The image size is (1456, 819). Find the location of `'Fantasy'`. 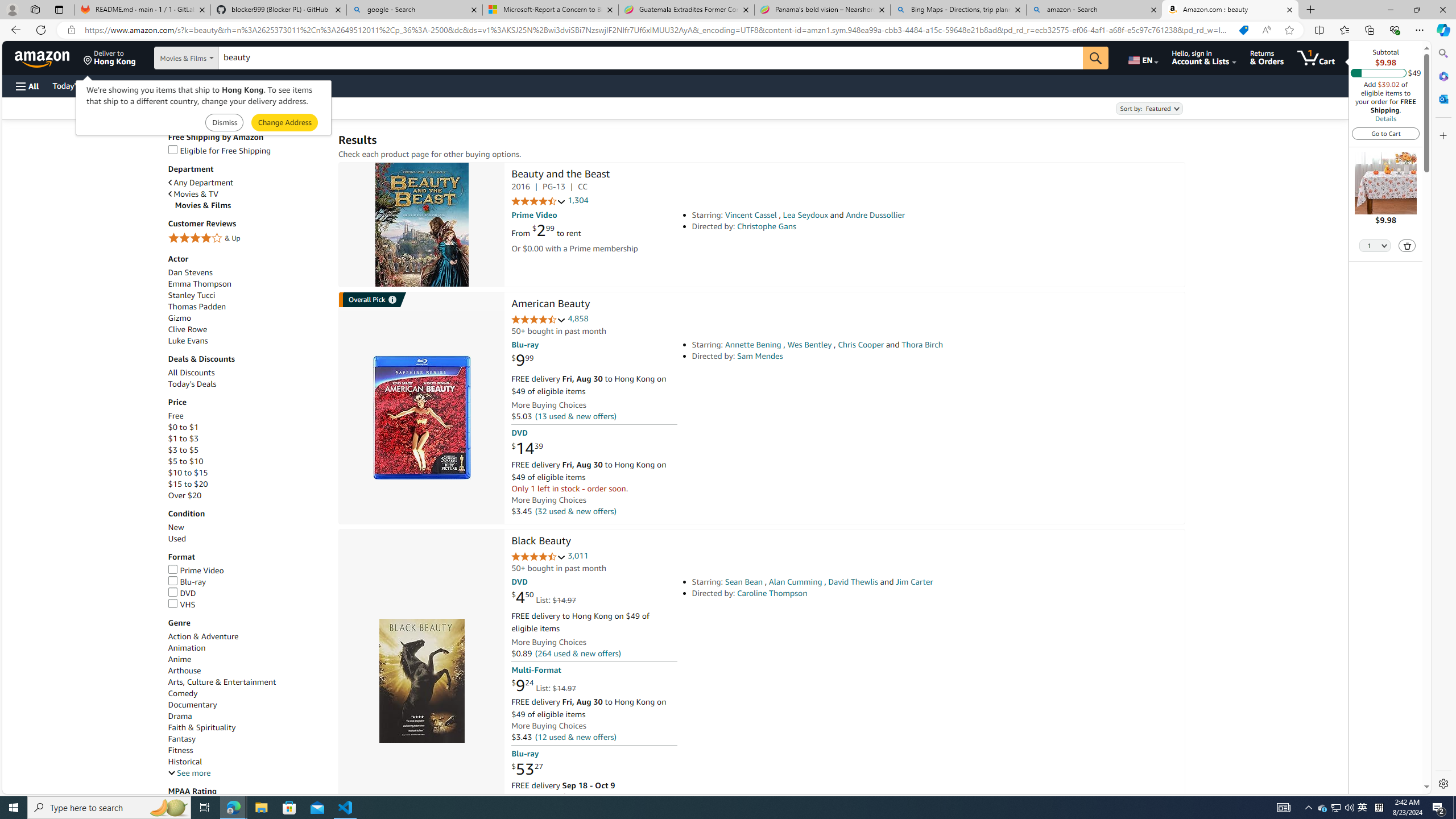

'Fantasy' is located at coordinates (181, 738).